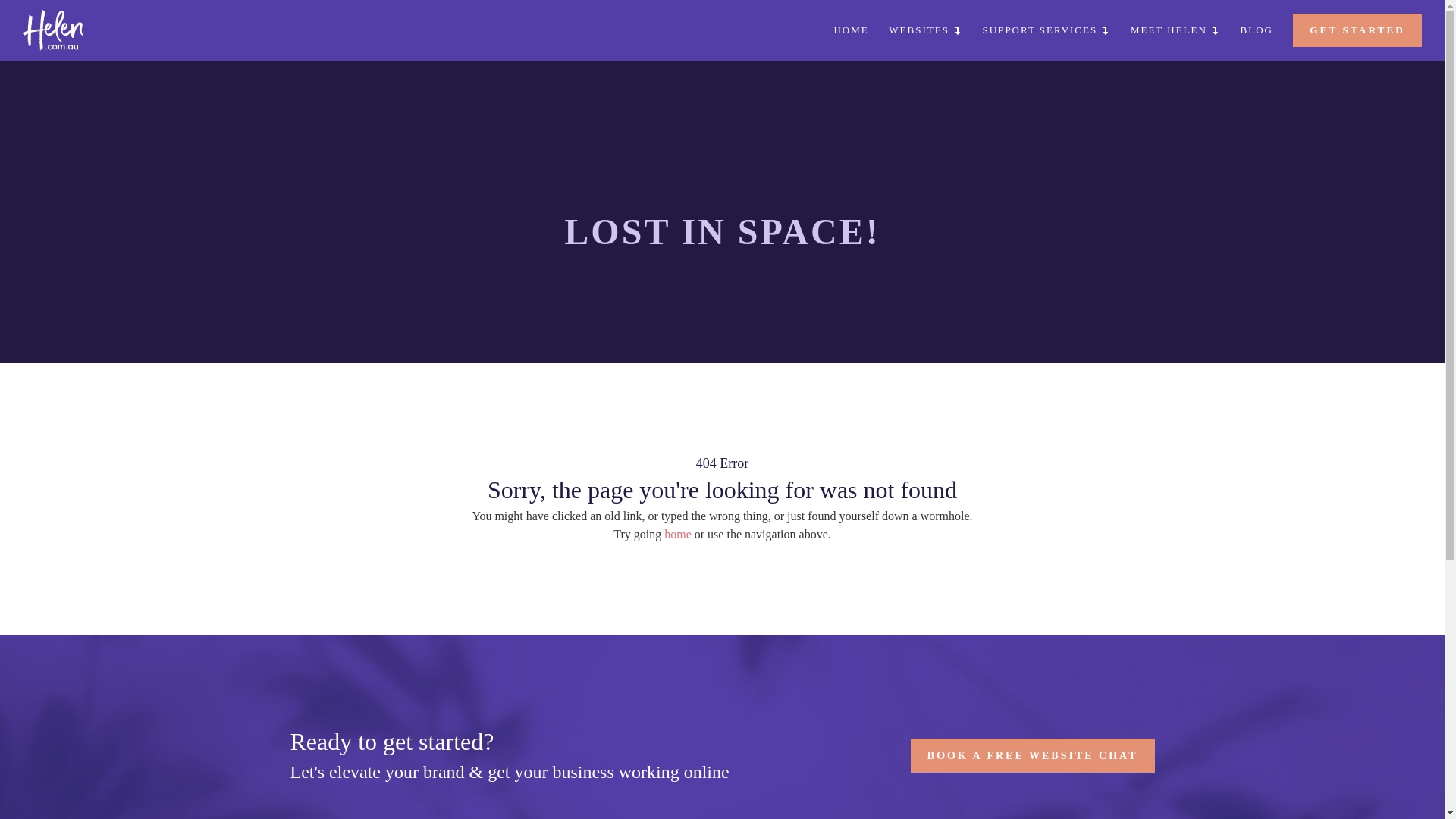 This screenshot has height=819, width=1456. What do you see at coordinates (1032, 755) in the screenshot?
I see `'BOOK A FREE WEBSITE CHAT'` at bounding box center [1032, 755].